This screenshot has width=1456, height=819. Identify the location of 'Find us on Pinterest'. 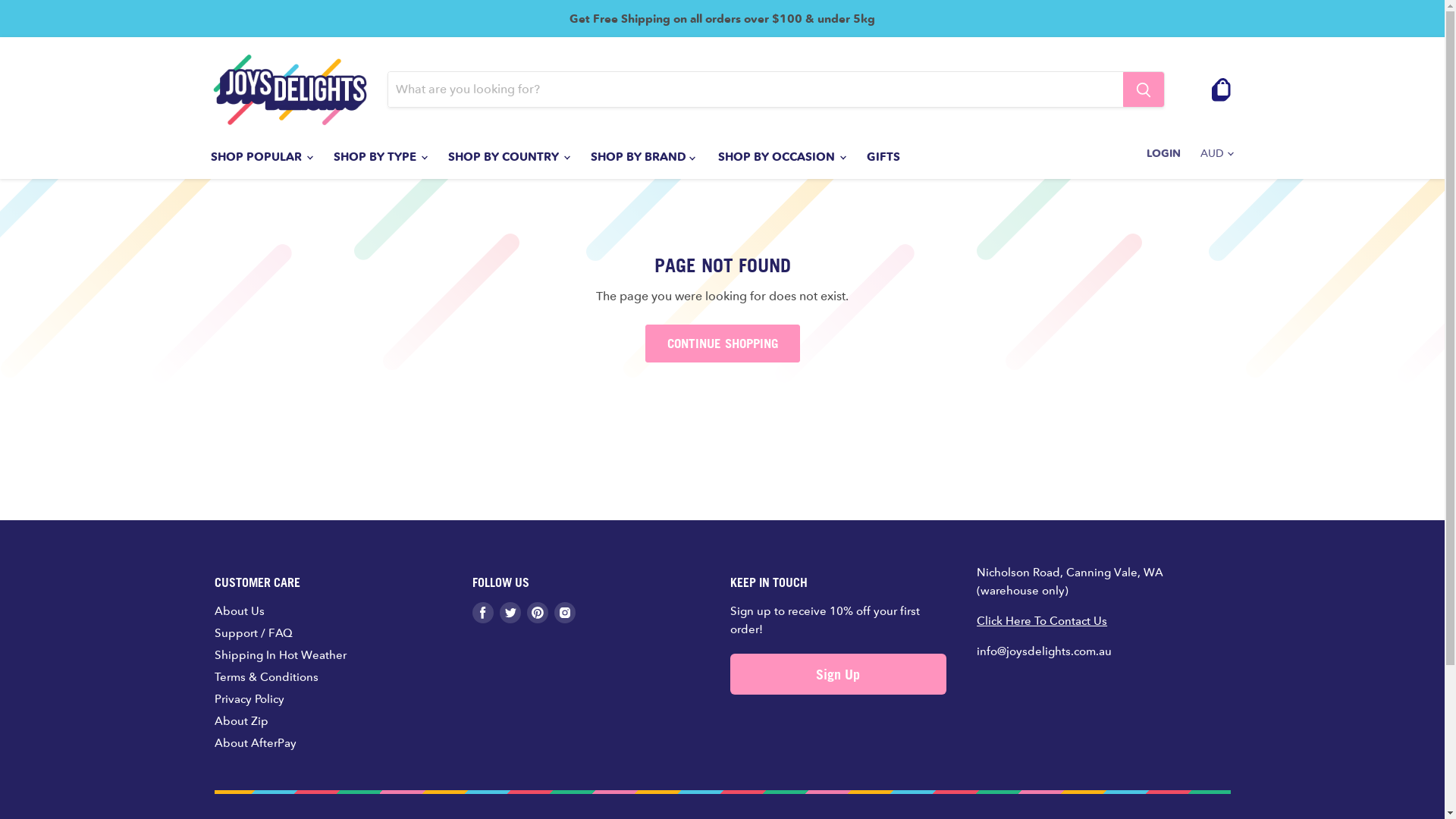
(526, 611).